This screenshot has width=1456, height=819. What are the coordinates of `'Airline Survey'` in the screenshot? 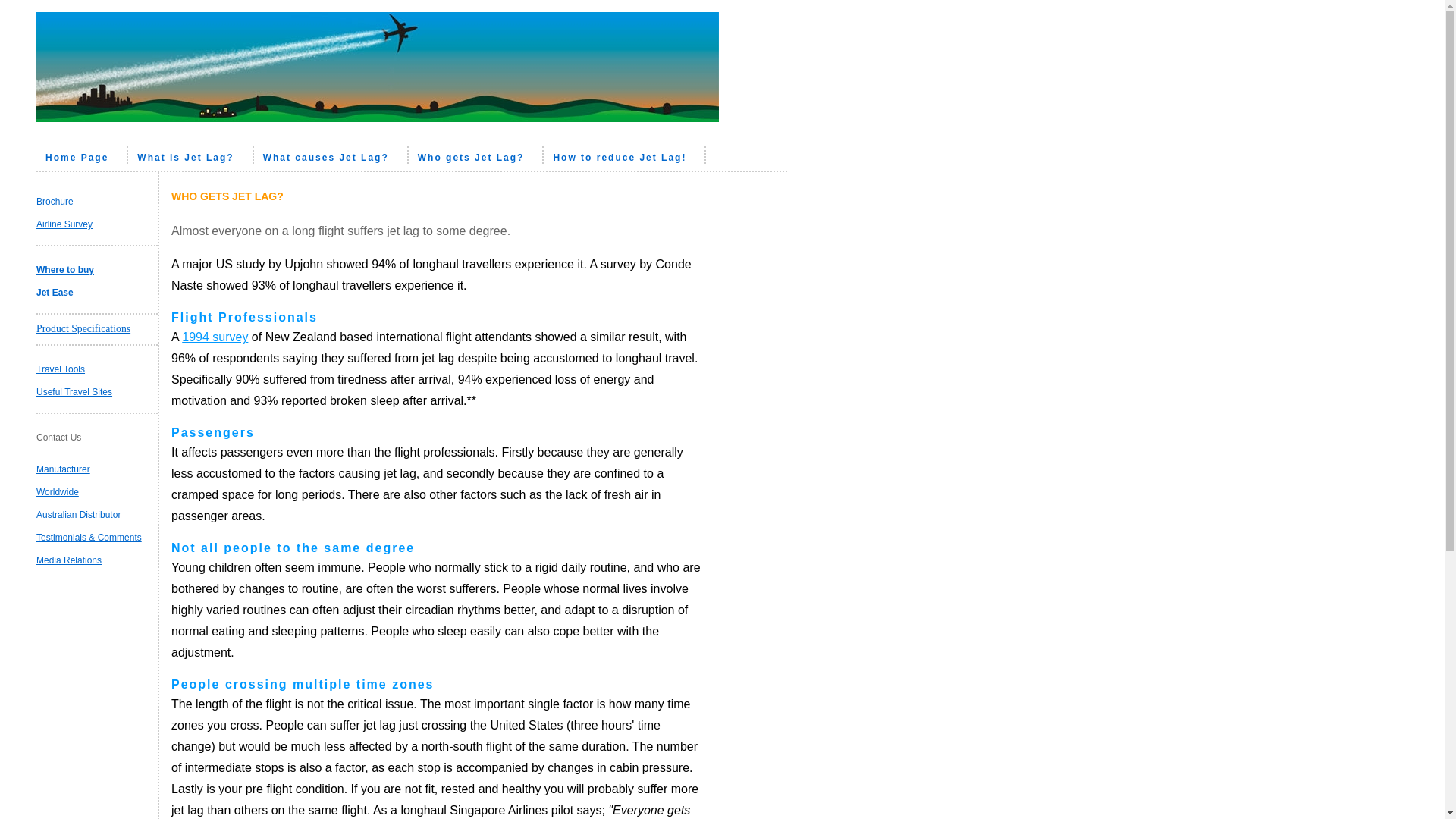 It's located at (64, 224).